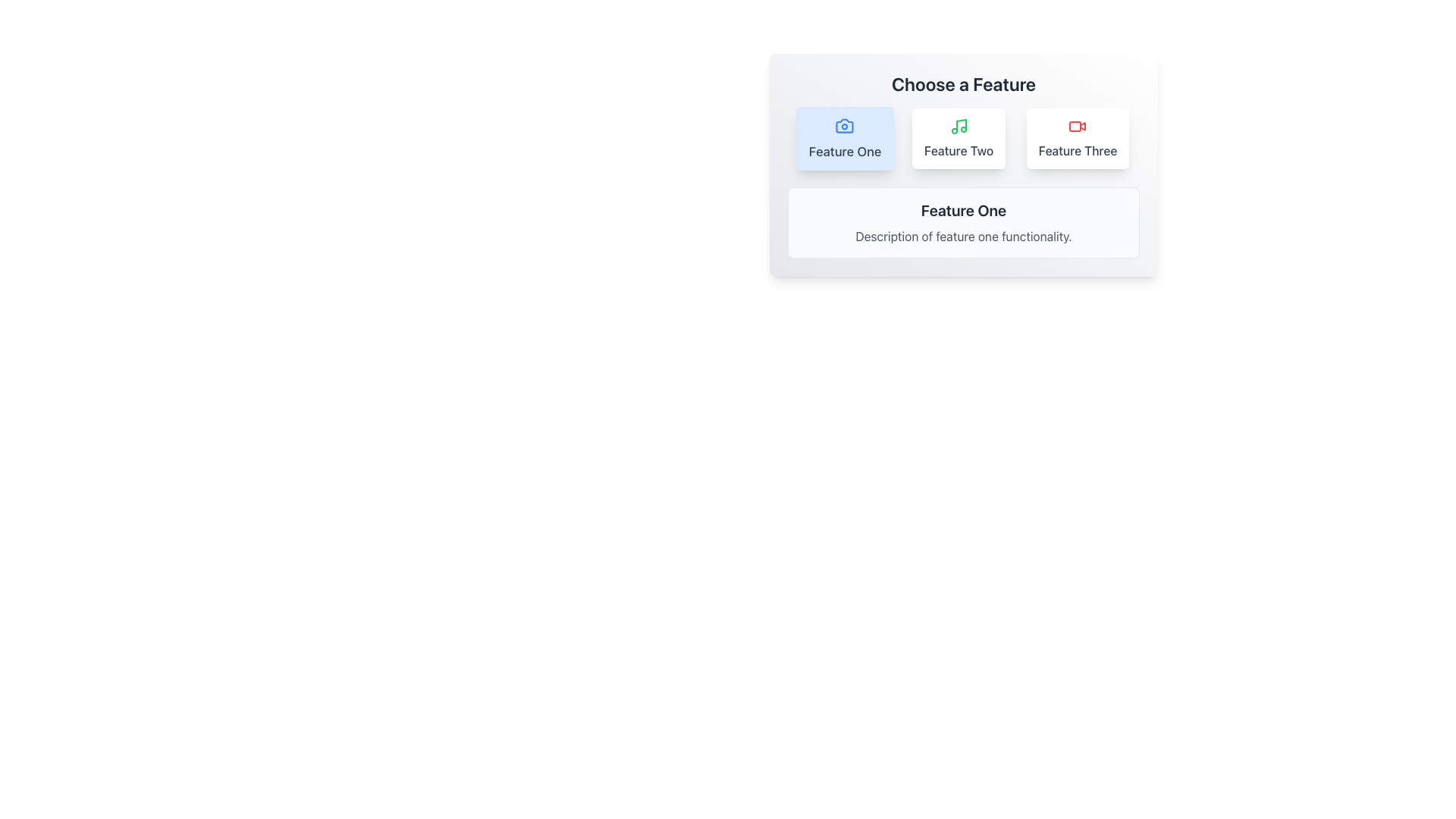 The width and height of the screenshot is (1456, 819). What do you see at coordinates (1077, 151) in the screenshot?
I see `the text label reading 'Feature Three' that is part of the feature card in the 'Choose a Feature' panel, located at the top-right section adjacent to the video camera icon` at bounding box center [1077, 151].